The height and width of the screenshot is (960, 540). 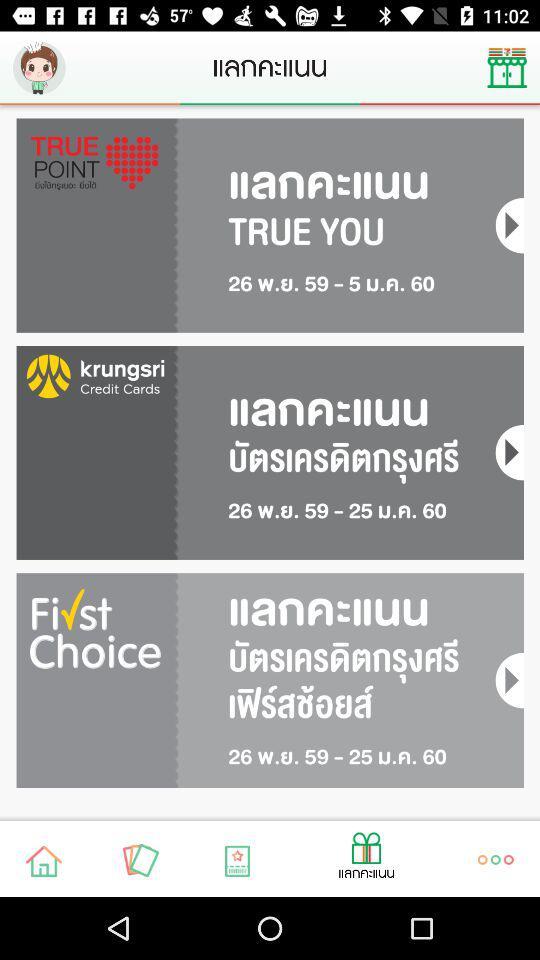 I want to click on home button at bottom left corner, so click(x=44, y=860).